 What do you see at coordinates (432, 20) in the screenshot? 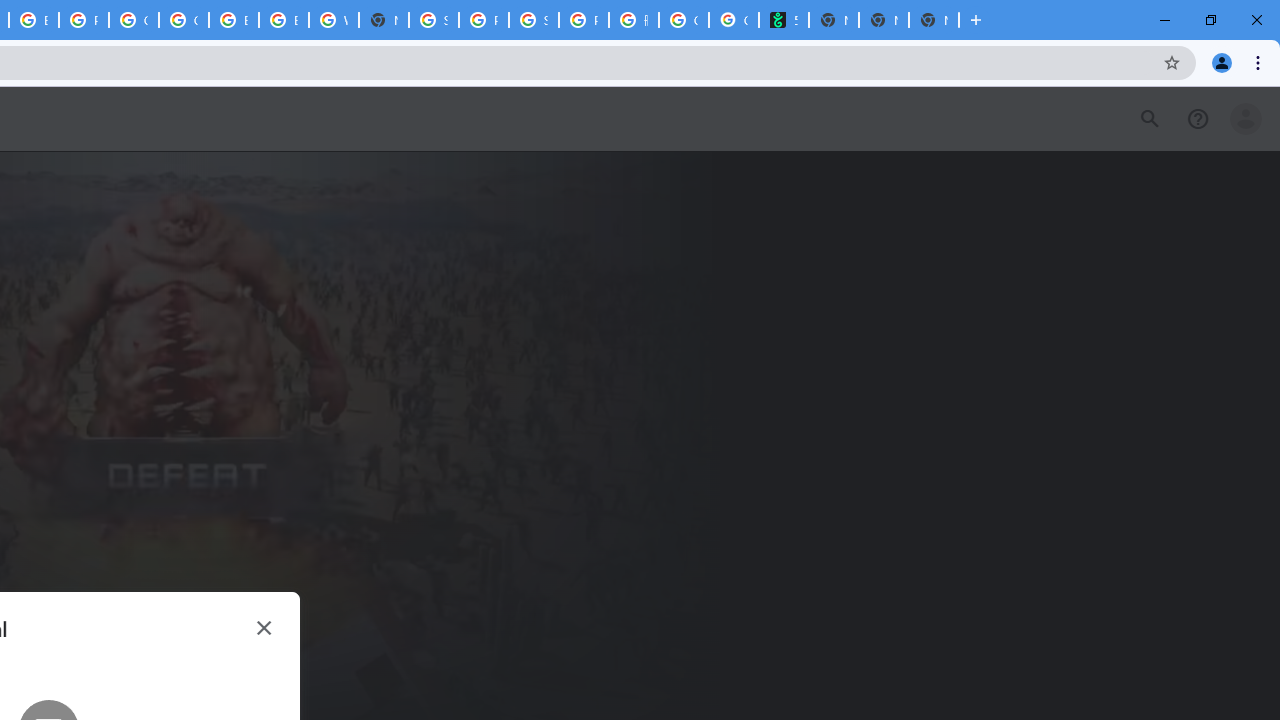
I see `'Sign in - Google Accounts'` at bounding box center [432, 20].